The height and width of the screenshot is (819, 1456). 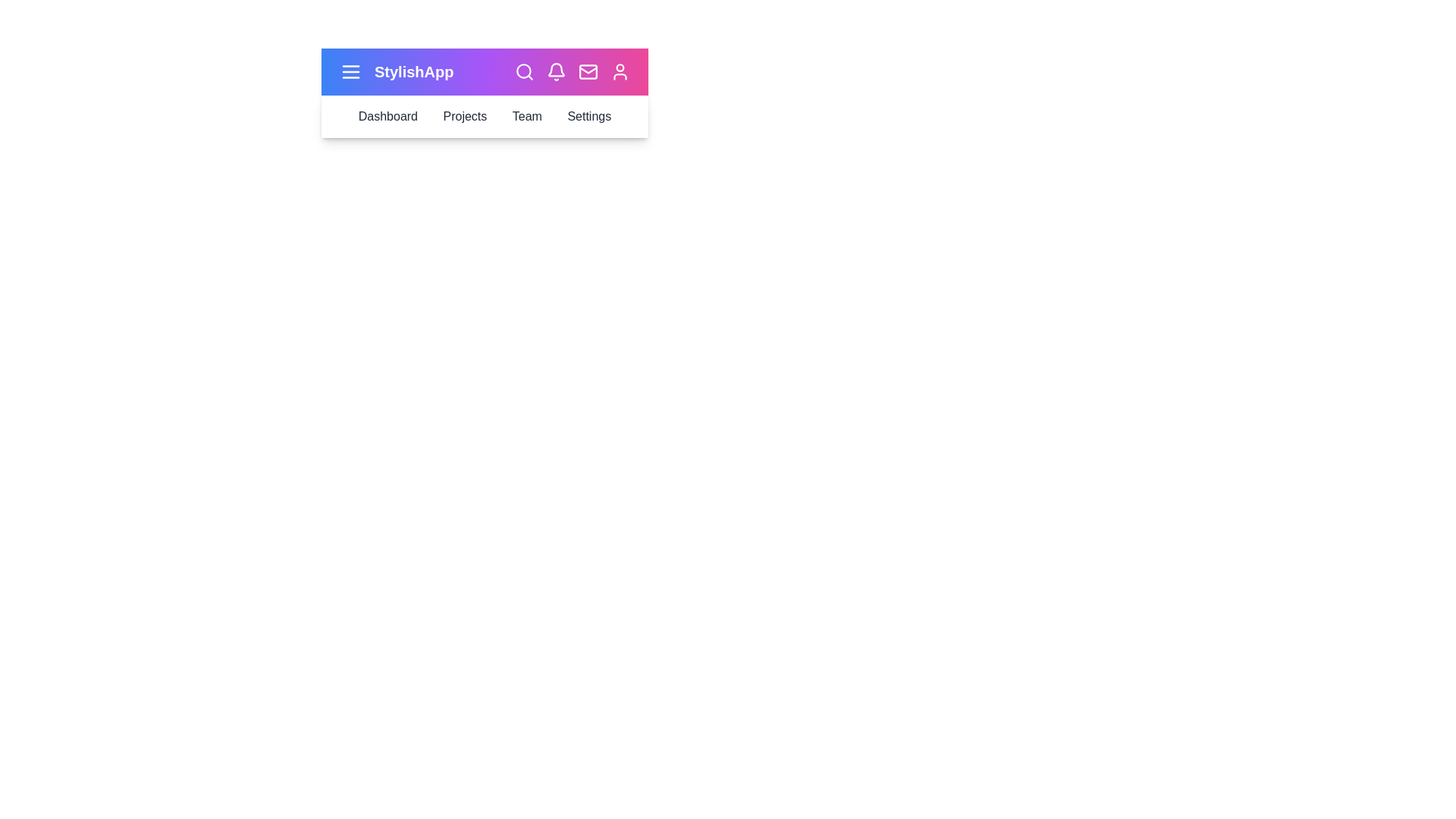 What do you see at coordinates (524, 72) in the screenshot?
I see `the search icon in the StylishAppBar component` at bounding box center [524, 72].